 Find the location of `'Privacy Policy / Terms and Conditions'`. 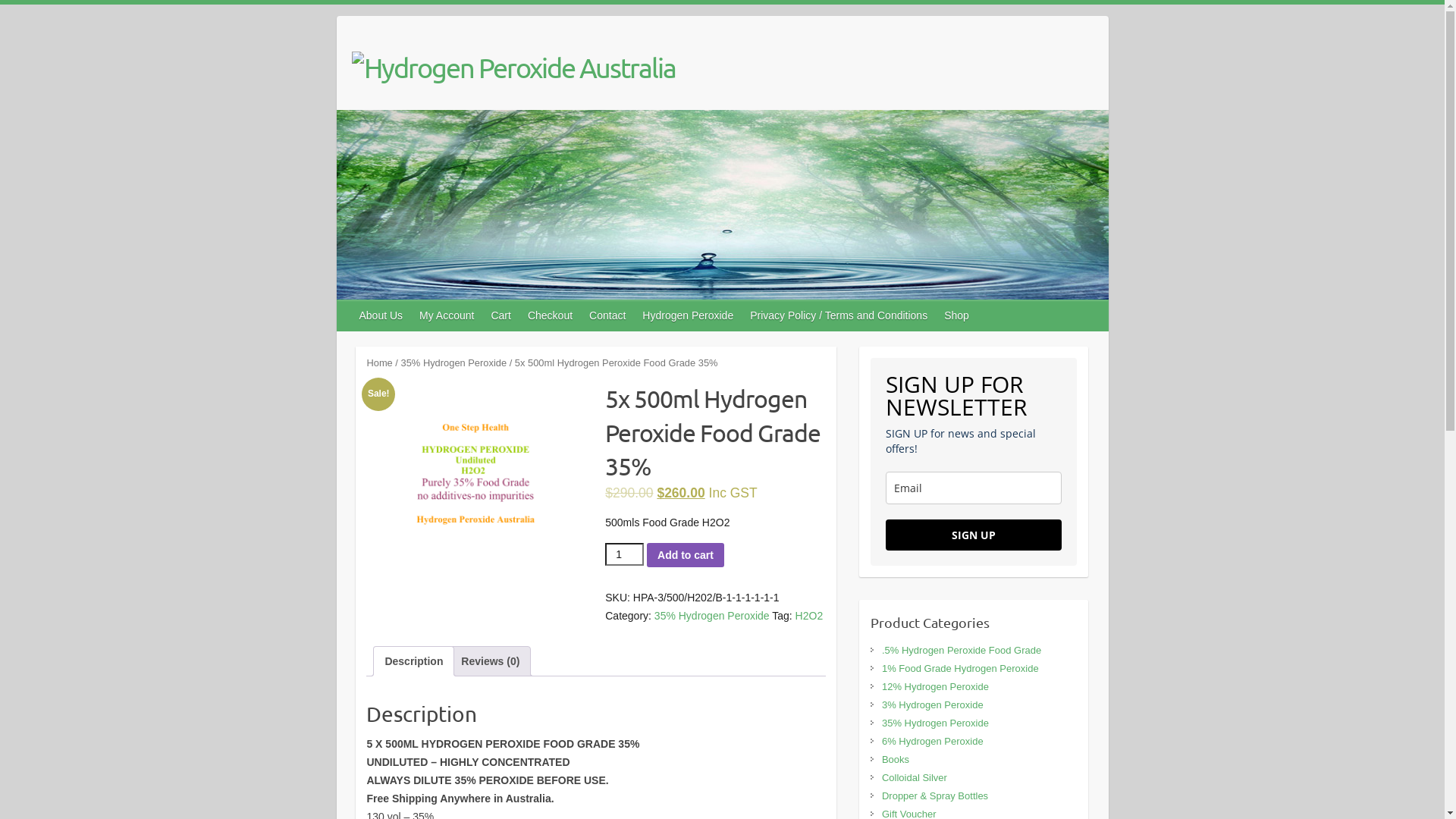

'Privacy Policy / Terms and Conditions' is located at coordinates (839, 315).